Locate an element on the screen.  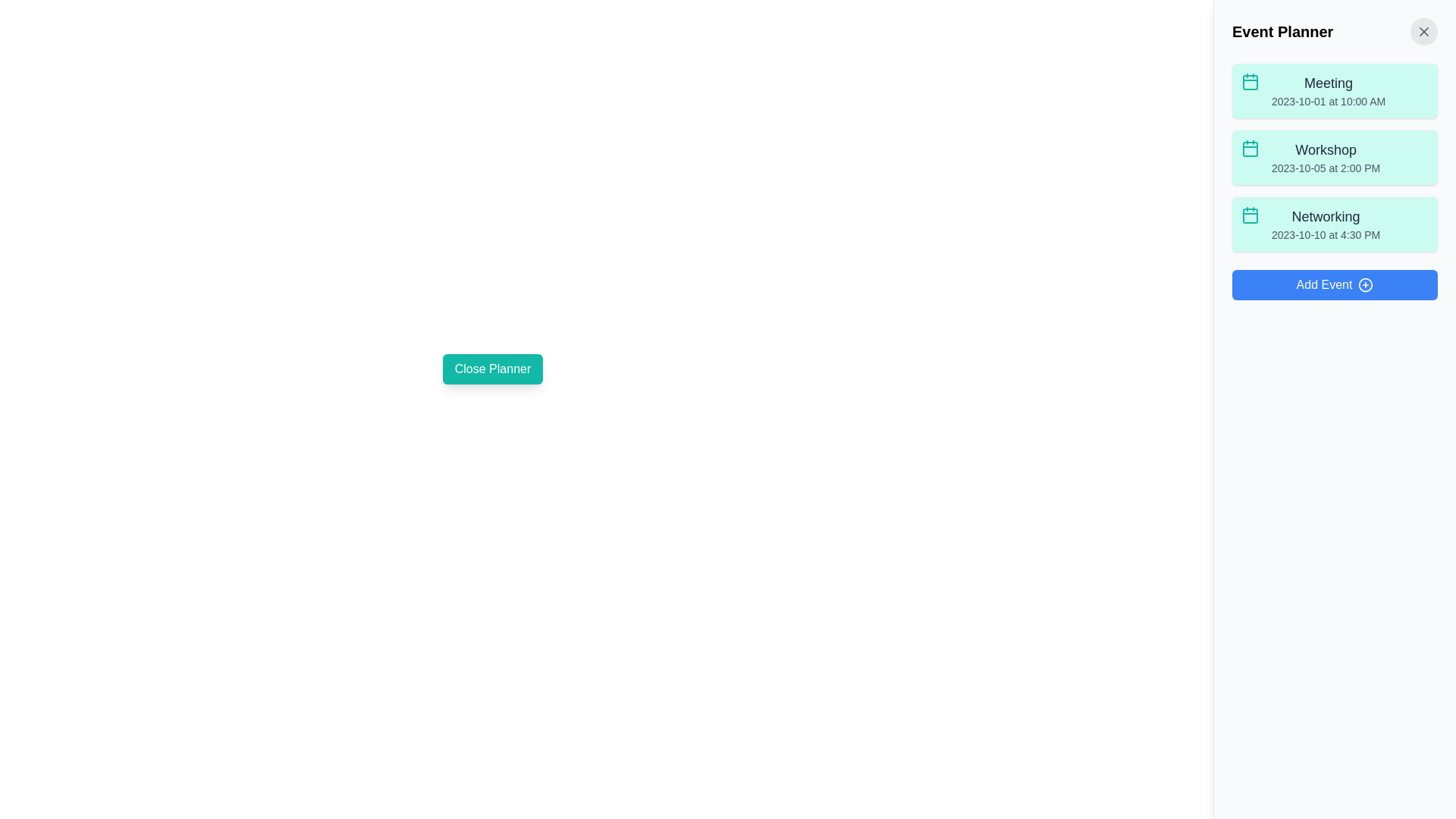
the 'Close Planner' button, which has a teal background and white text is located at coordinates (492, 369).